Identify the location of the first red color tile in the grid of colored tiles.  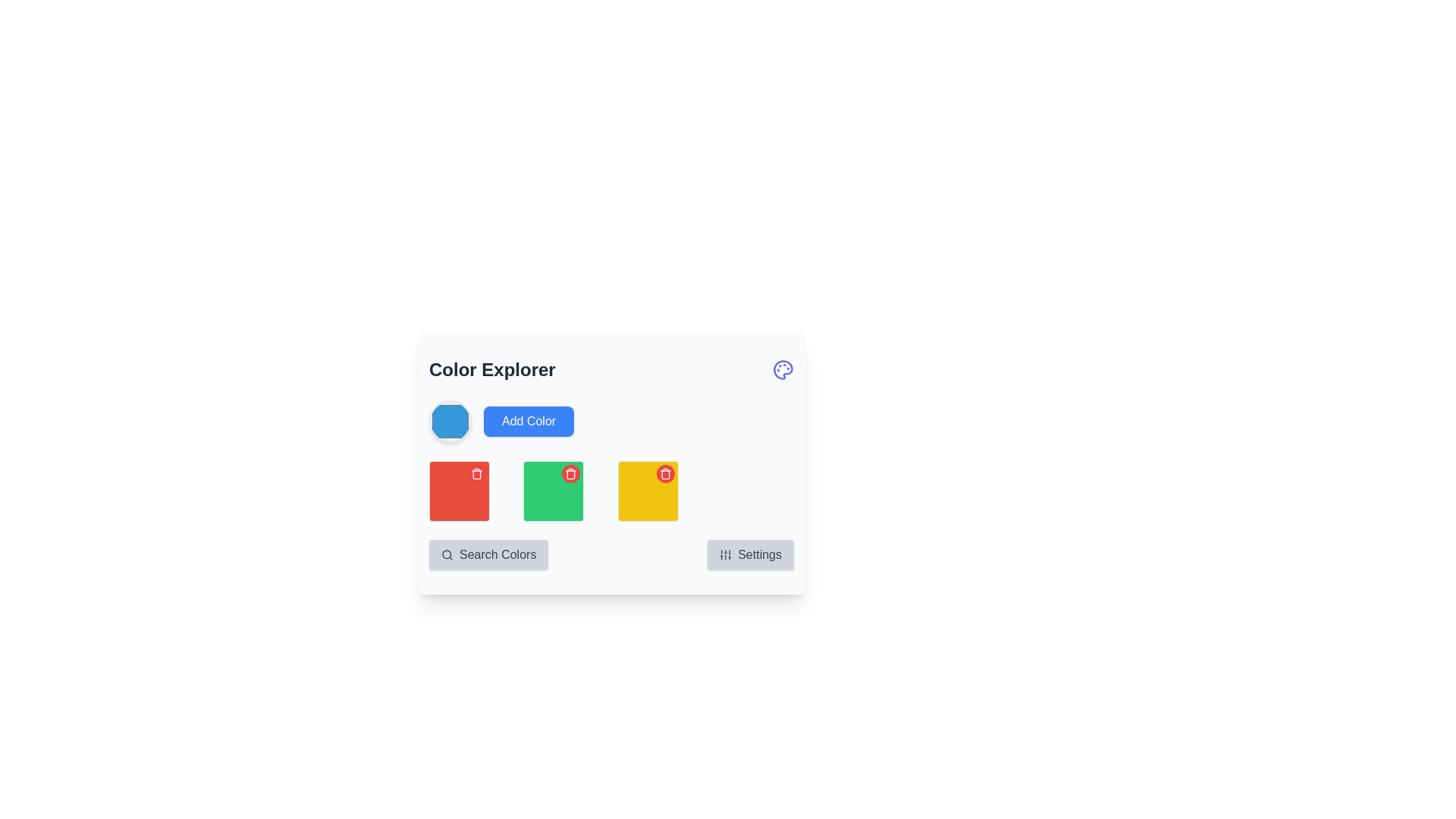
(458, 491).